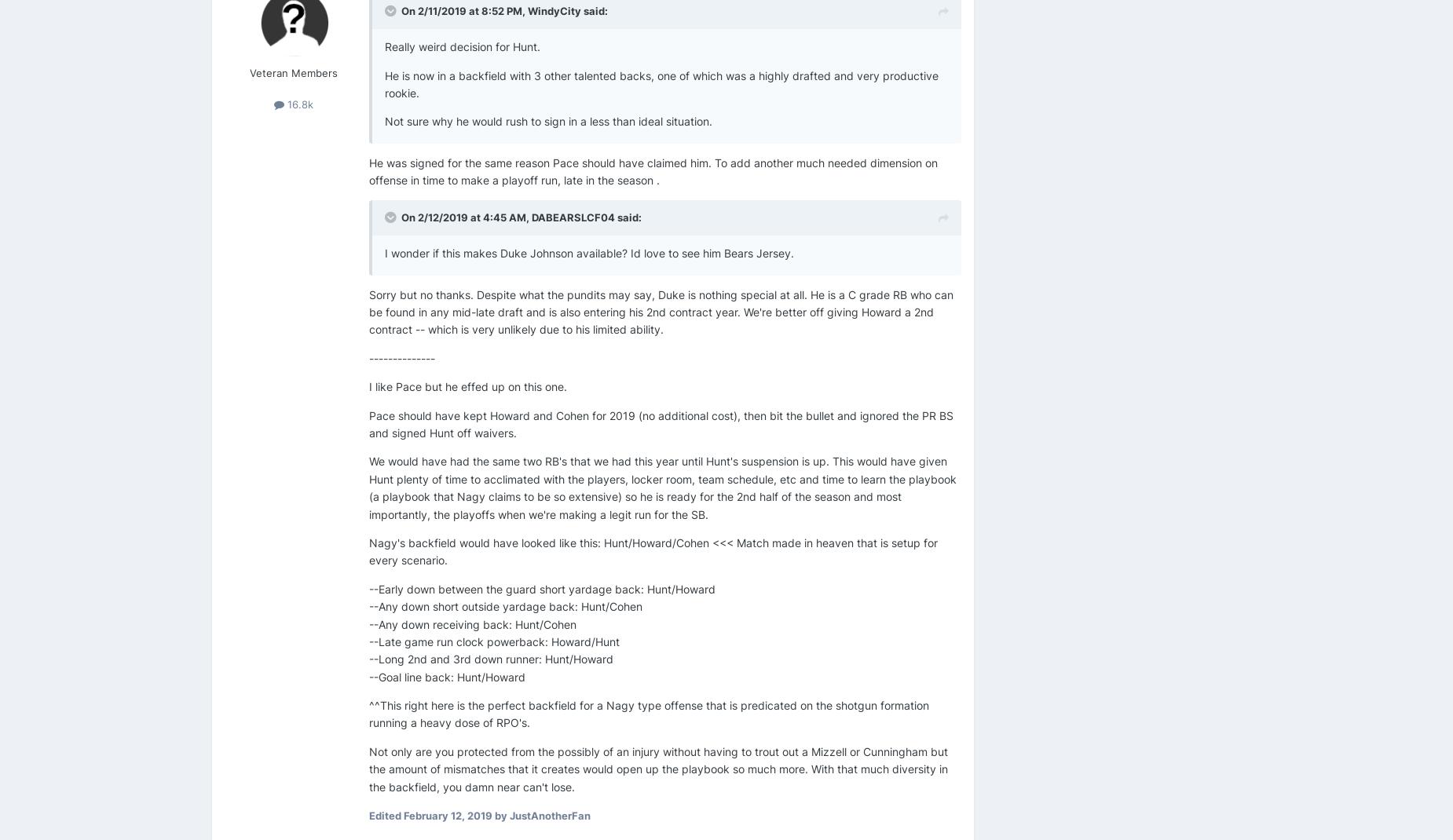 Image resolution: width=1453 pixels, height=840 pixels. Describe the element at coordinates (468, 386) in the screenshot. I see `'I like Pace but he effed up on this one.'` at that location.